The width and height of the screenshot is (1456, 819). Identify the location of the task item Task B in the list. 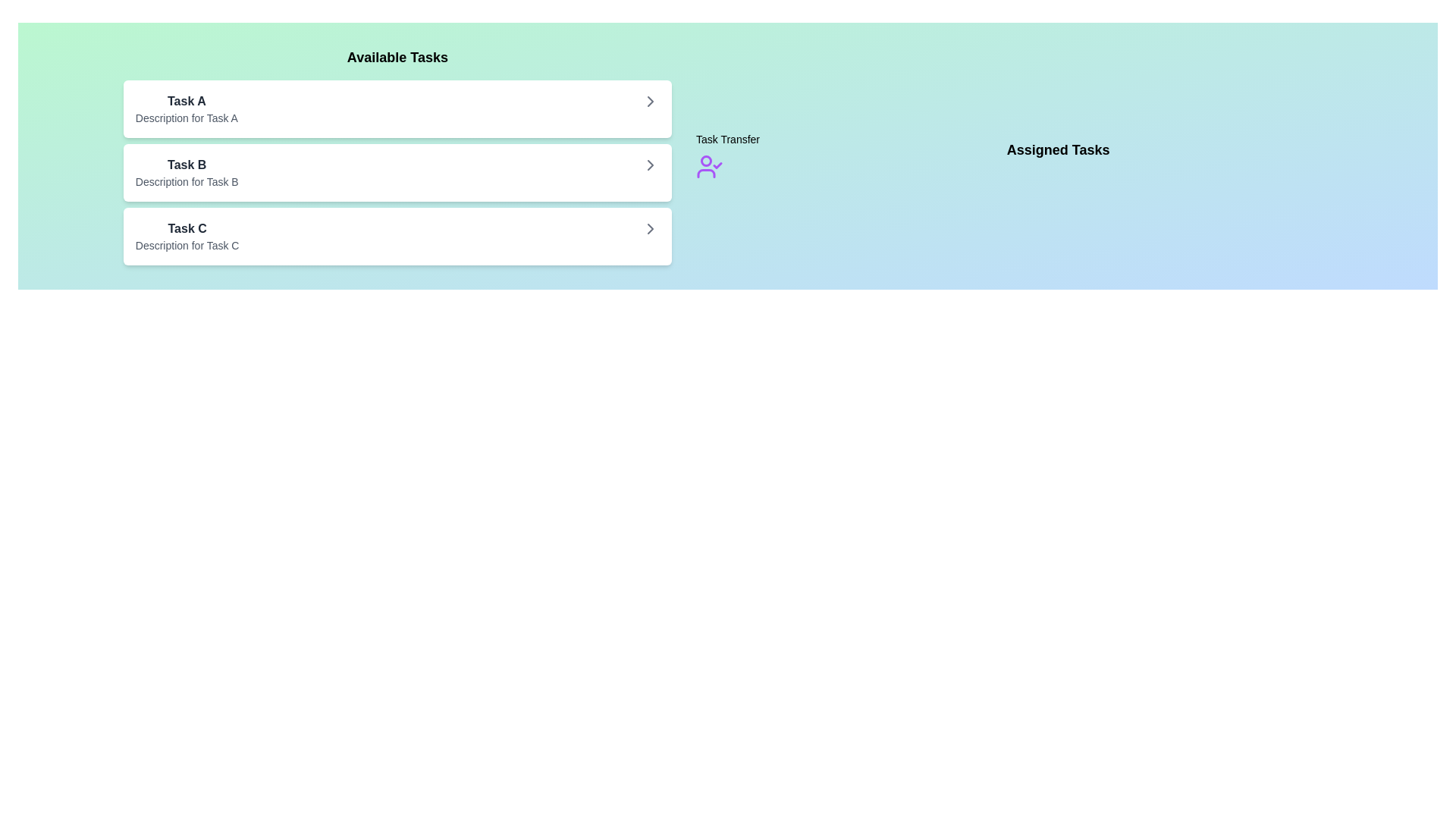
(397, 171).